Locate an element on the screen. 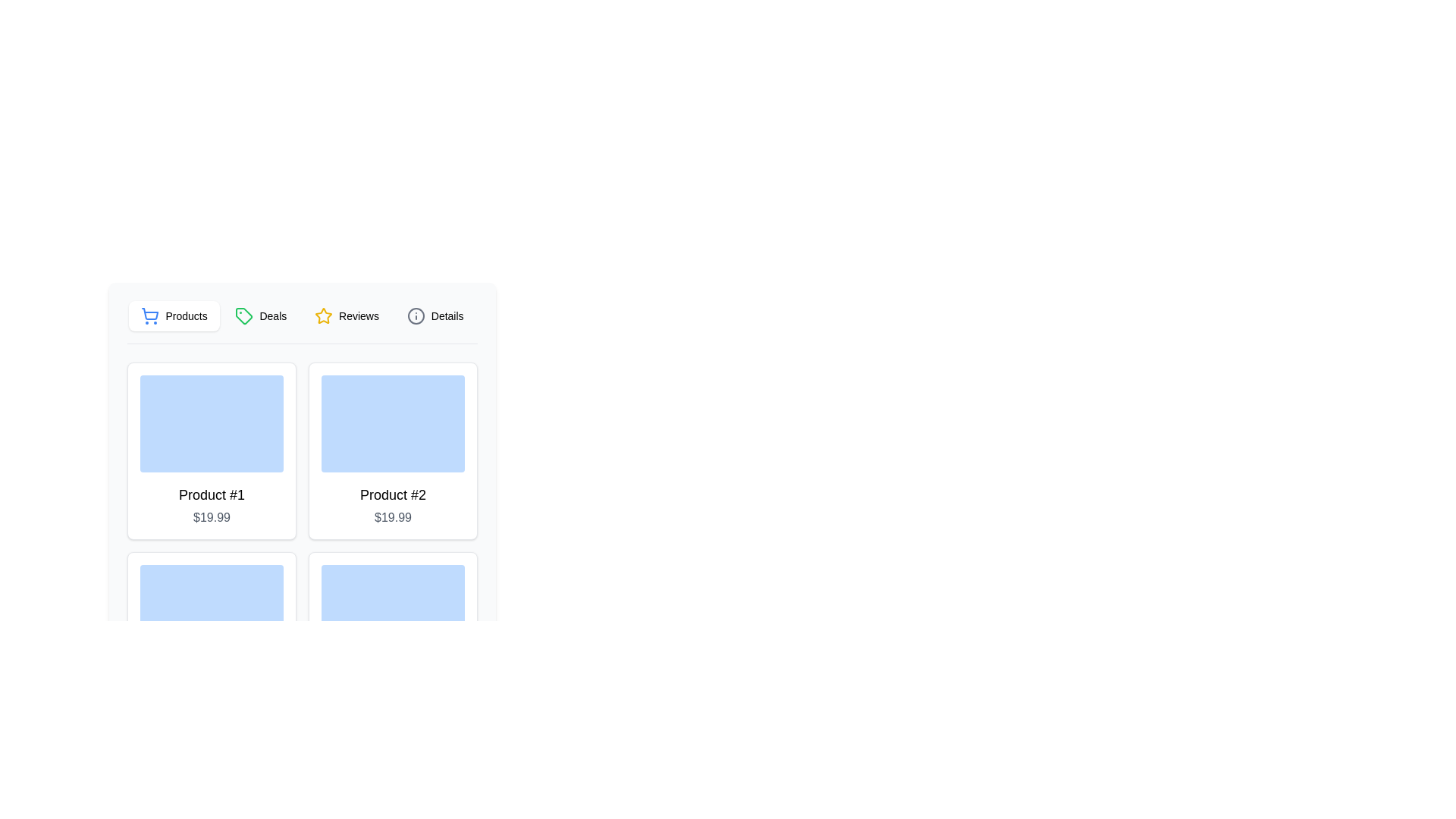  the shopping cart icon with a blue outline located to the left of the 'Products' label in the navigation bar for identification purposes is located at coordinates (150, 315).